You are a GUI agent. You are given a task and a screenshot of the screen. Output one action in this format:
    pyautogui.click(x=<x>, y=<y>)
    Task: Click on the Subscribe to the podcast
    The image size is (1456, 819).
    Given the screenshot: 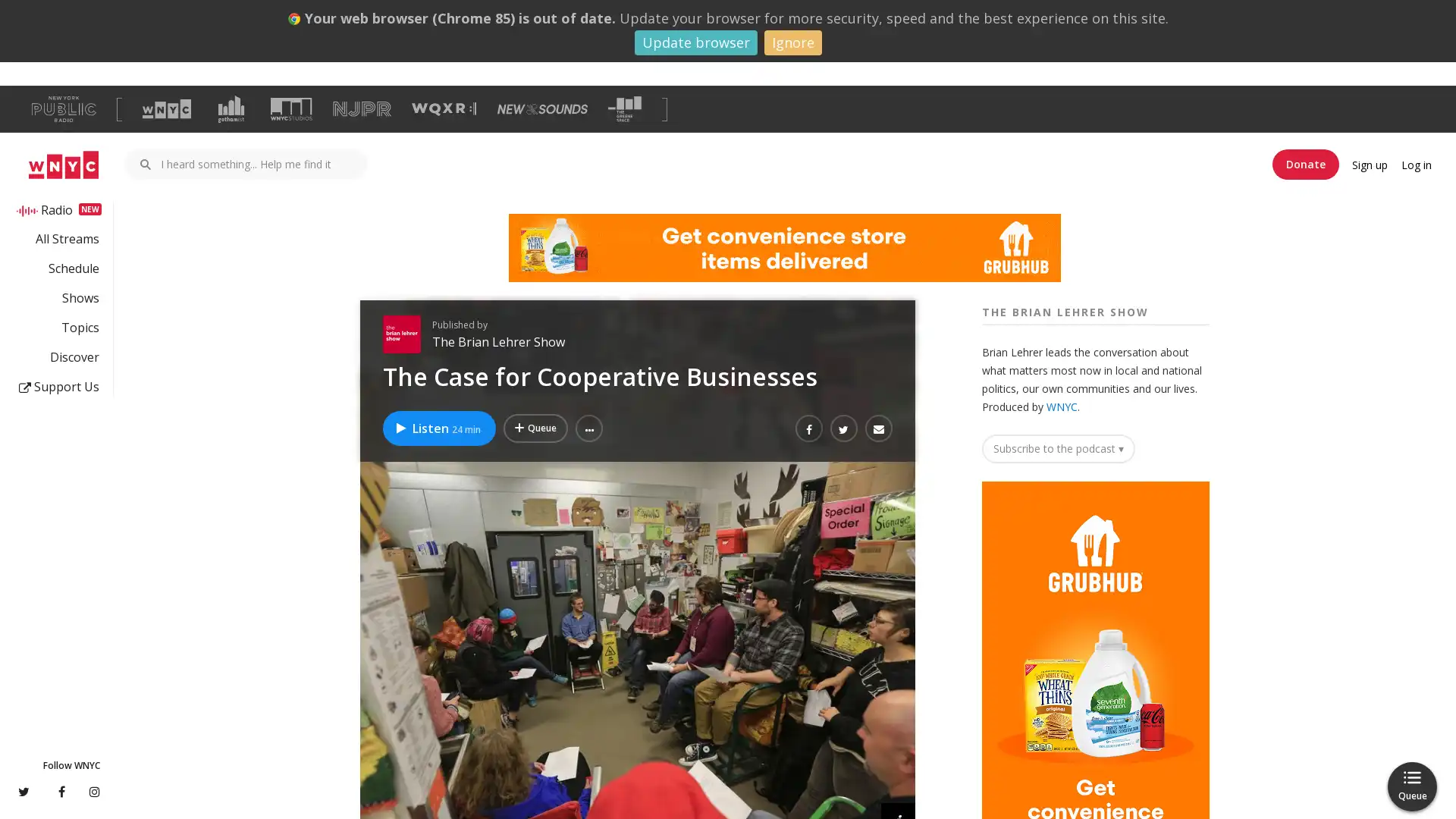 What is the action you would take?
    pyautogui.click(x=1057, y=447)
    